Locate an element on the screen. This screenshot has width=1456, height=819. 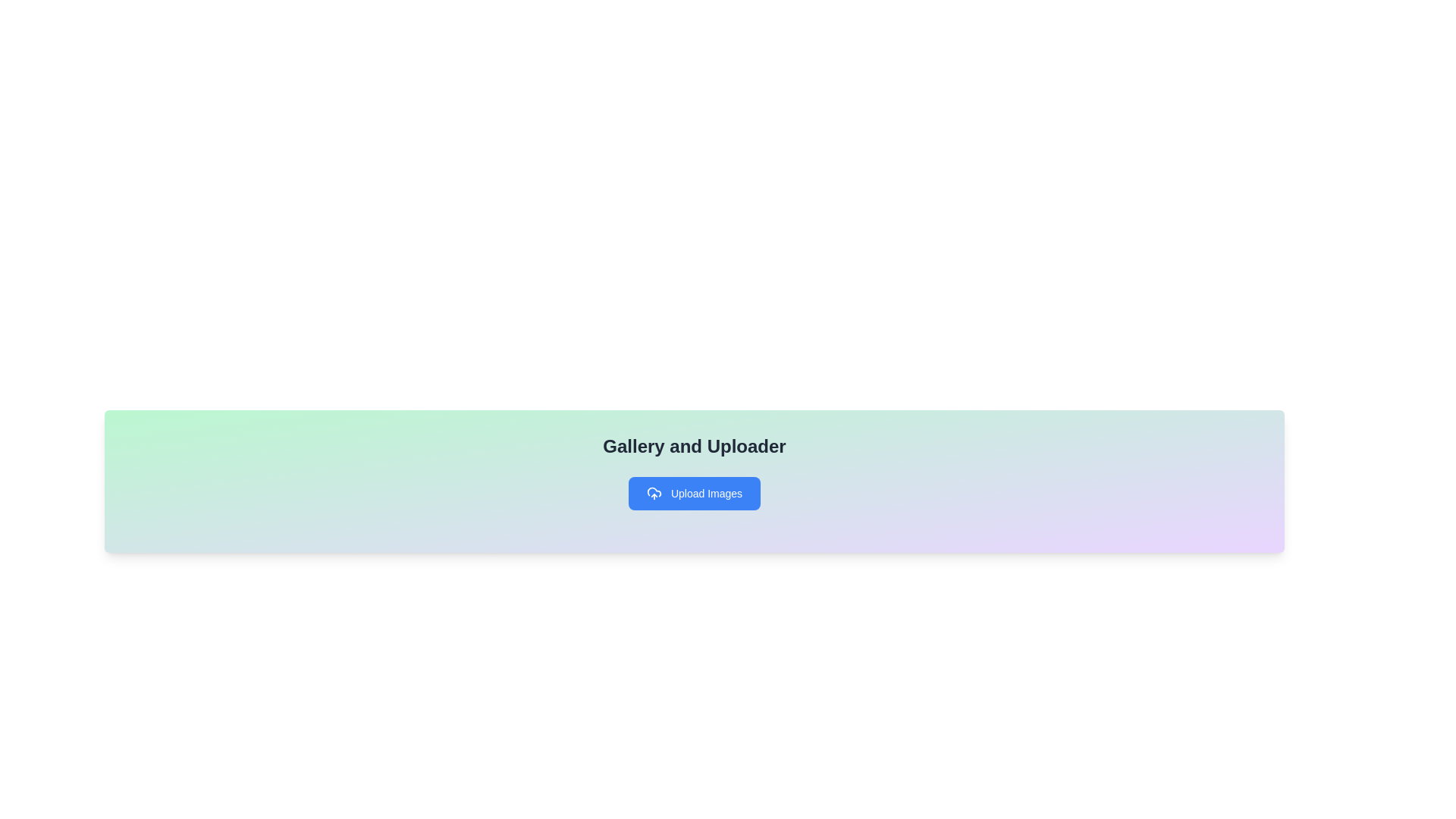
the upper left section of the cloud icon, which is part of the button labeled 'Upload Images' with a blue background is located at coordinates (654, 491).